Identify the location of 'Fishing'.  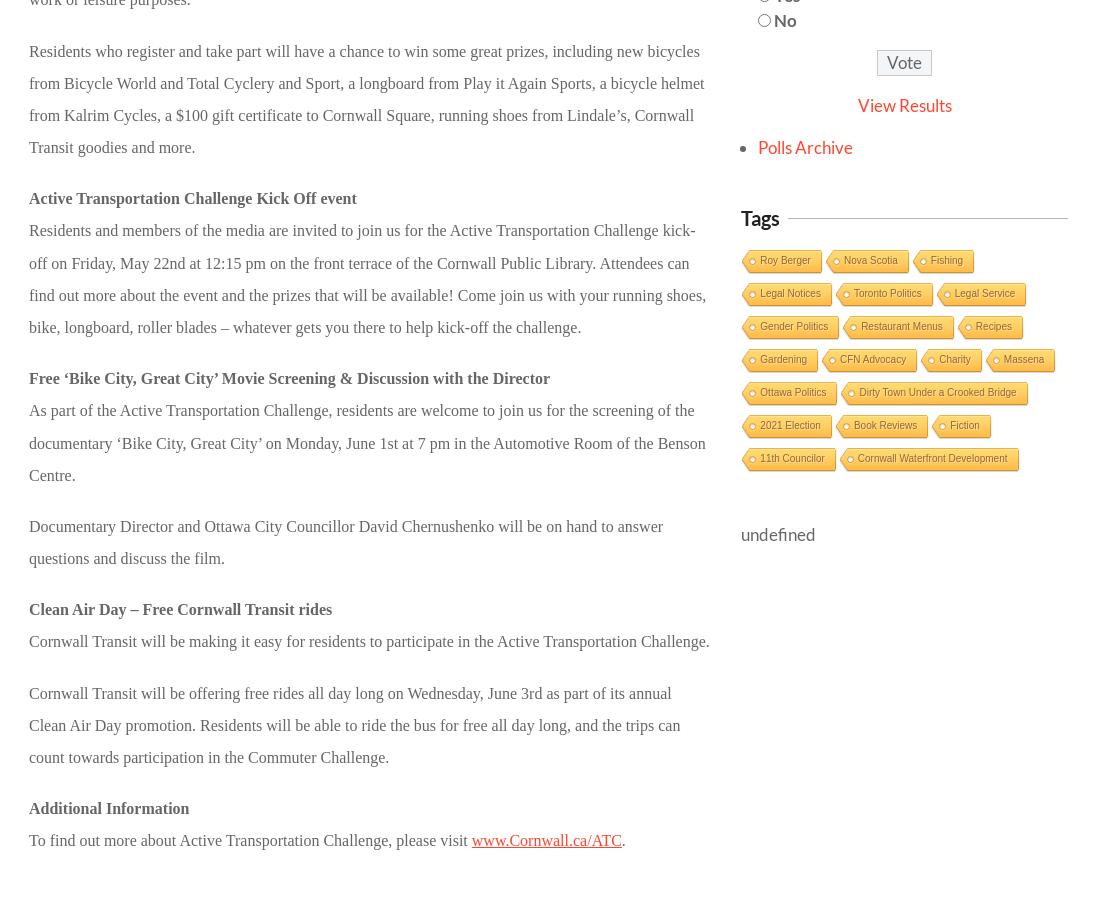
(946, 259).